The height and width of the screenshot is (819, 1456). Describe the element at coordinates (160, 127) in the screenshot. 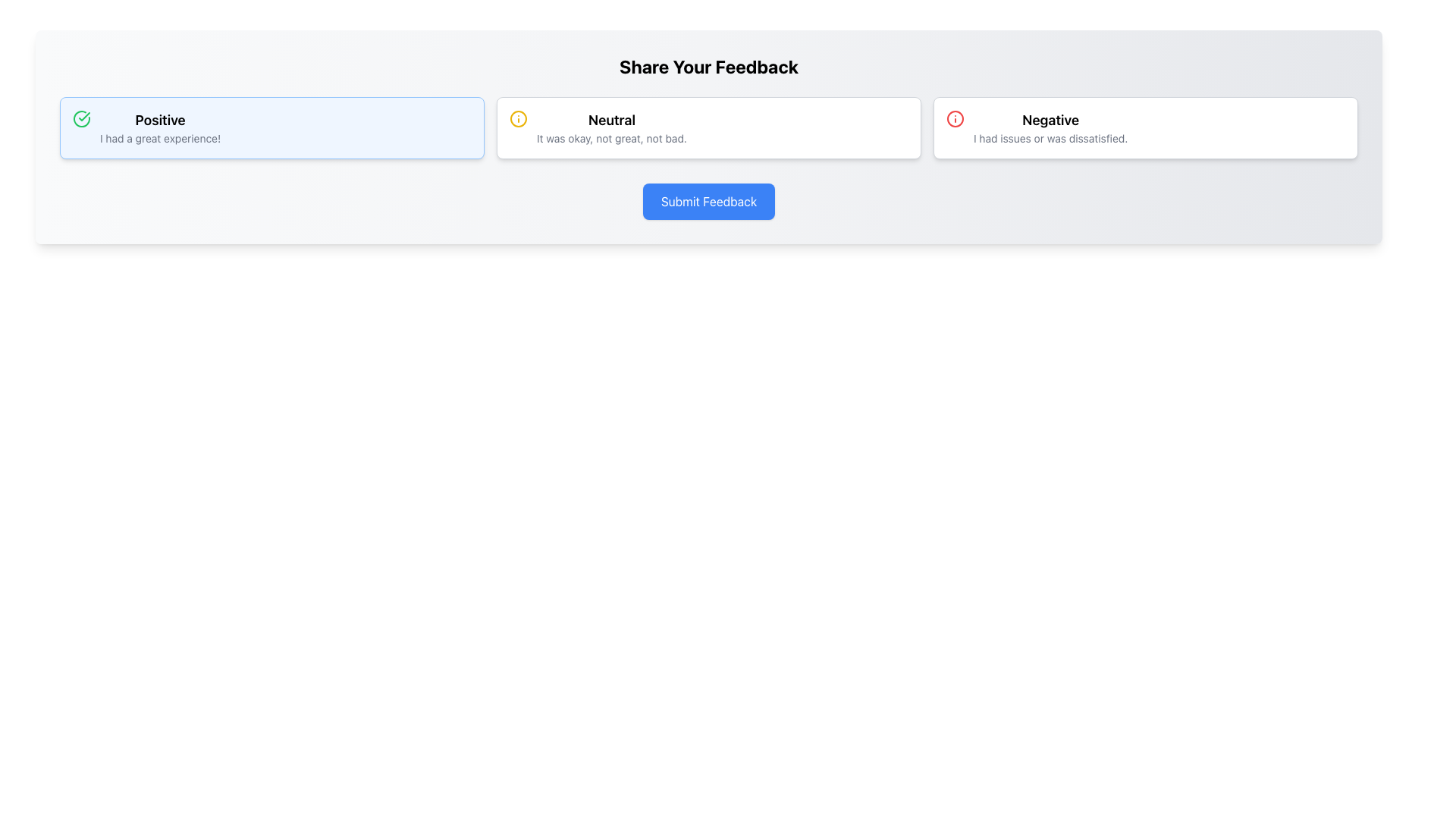

I see `the positive feedback text group located in the central region of the leftmost interactive card within a three-card feedback section` at that location.